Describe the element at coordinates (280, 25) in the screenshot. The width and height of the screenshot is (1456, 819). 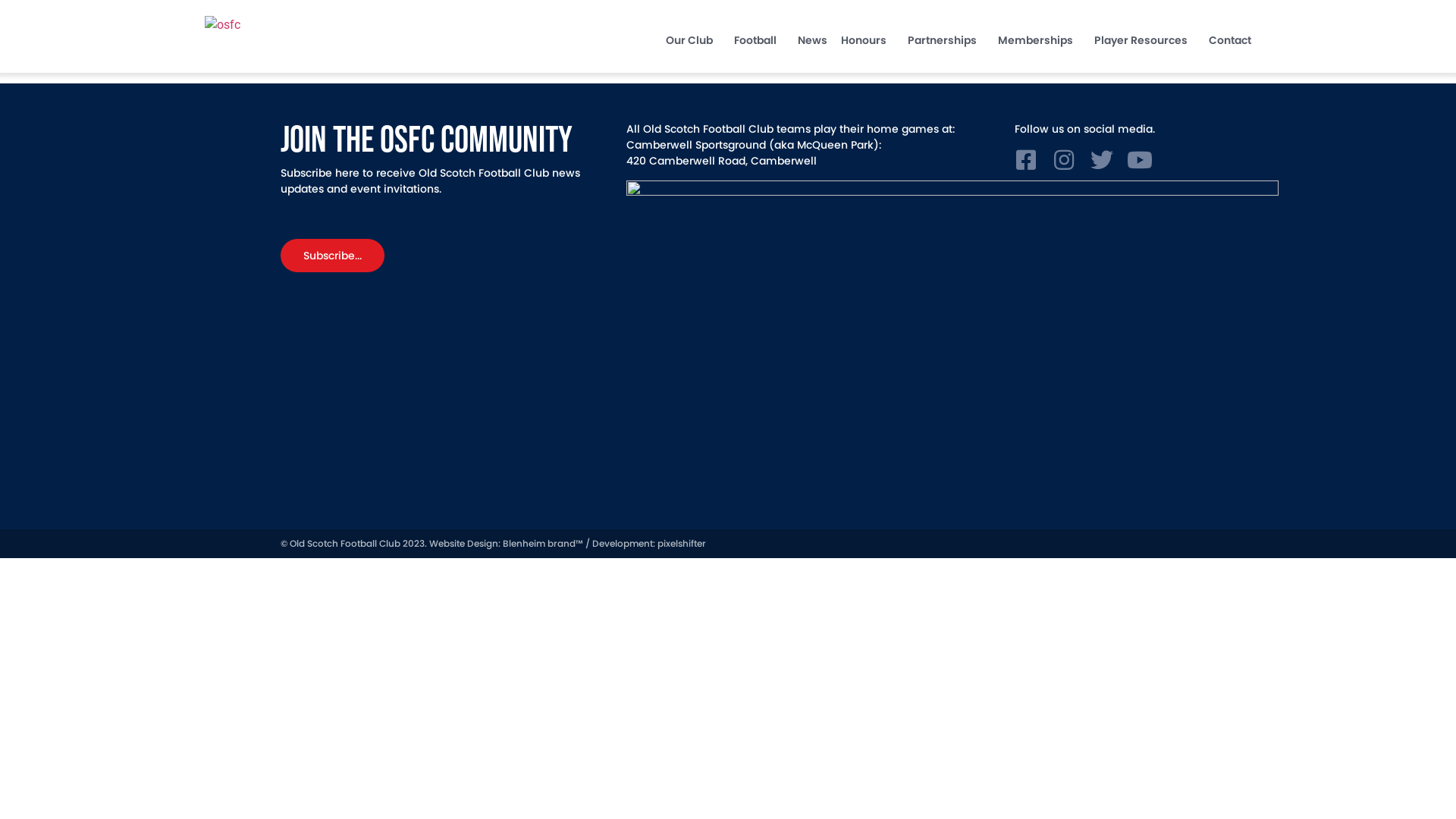
I see `'osfc'` at that location.